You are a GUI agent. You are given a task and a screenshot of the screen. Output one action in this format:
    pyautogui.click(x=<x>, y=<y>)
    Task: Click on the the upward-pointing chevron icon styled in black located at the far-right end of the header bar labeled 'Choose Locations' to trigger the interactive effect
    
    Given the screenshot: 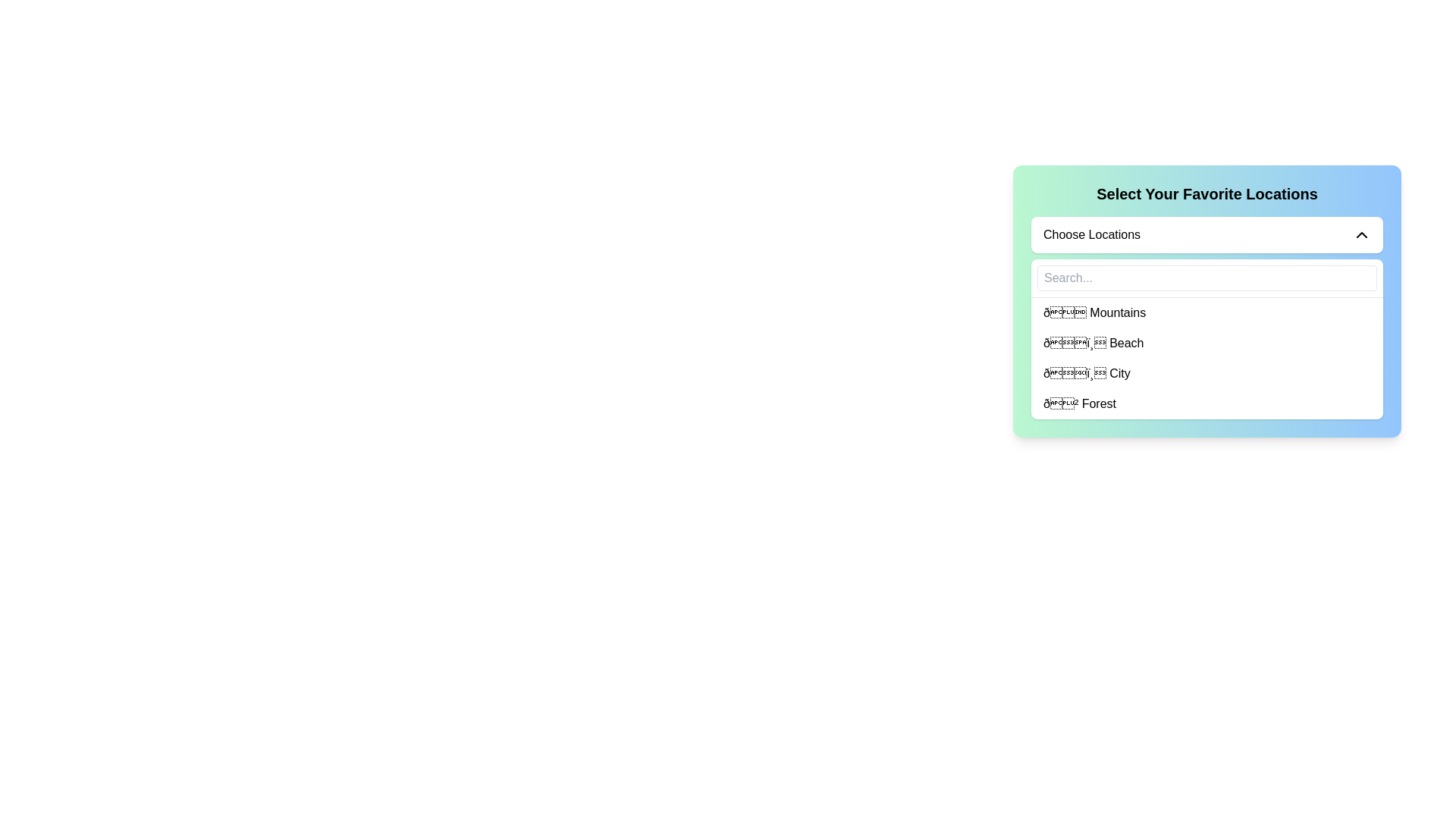 What is the action you would take?
    pyautogui.click(x=1361, y=234)
    